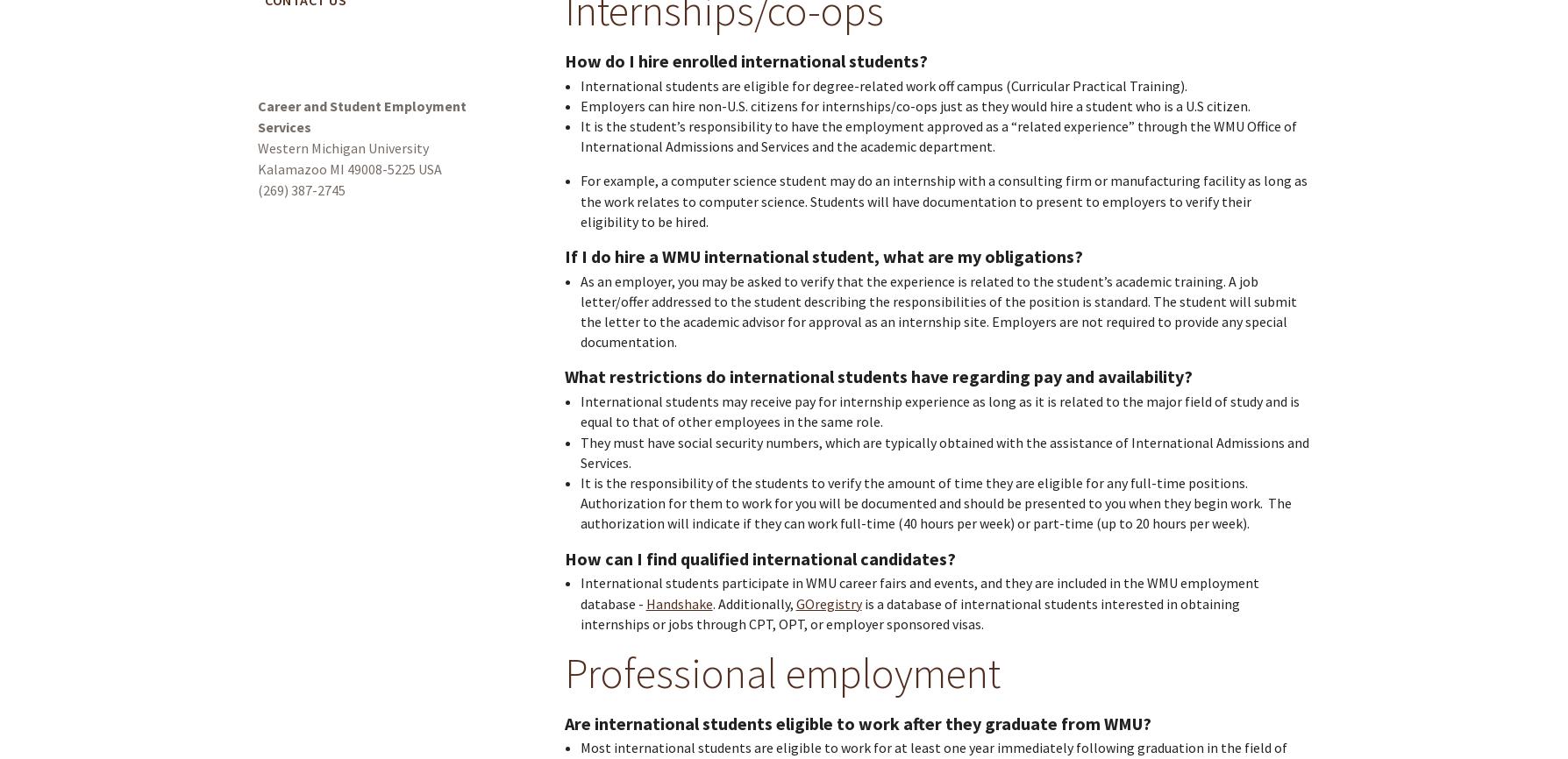 The image size is (1568, 759). I want to click on 'If I do hire a WMU international student, what are my obligations?', so click(823, 254).